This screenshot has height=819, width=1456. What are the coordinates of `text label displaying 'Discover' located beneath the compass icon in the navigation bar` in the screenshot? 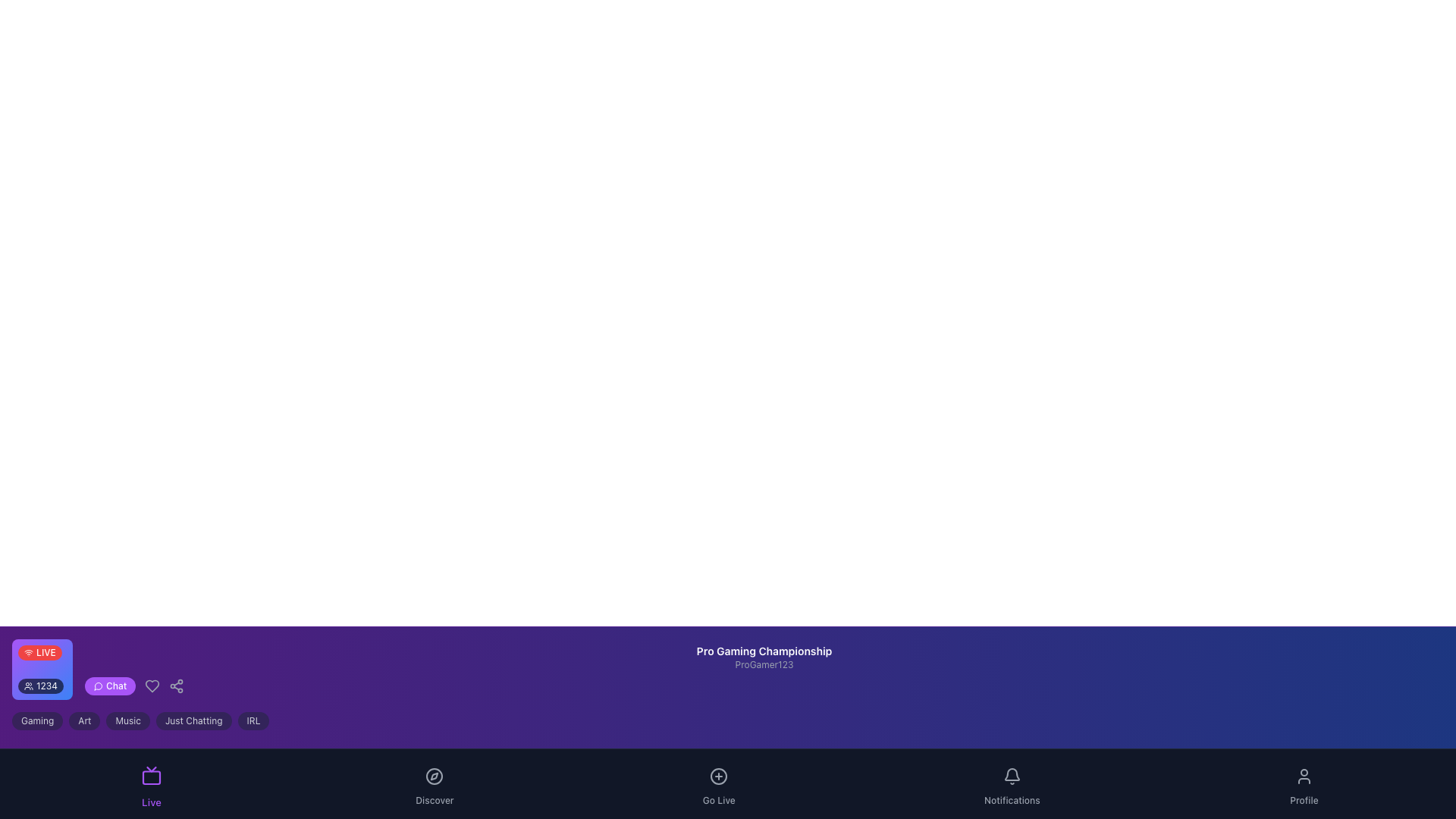 It's located at (434, 800).